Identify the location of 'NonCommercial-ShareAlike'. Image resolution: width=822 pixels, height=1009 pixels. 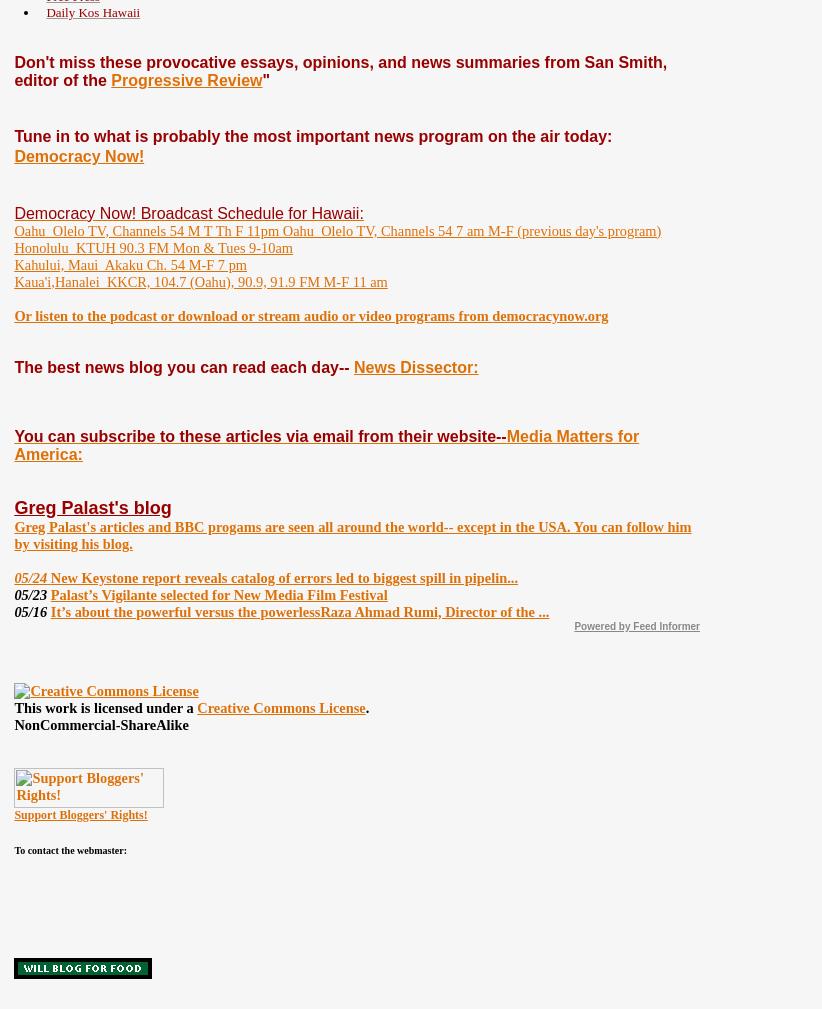
(100, 723).